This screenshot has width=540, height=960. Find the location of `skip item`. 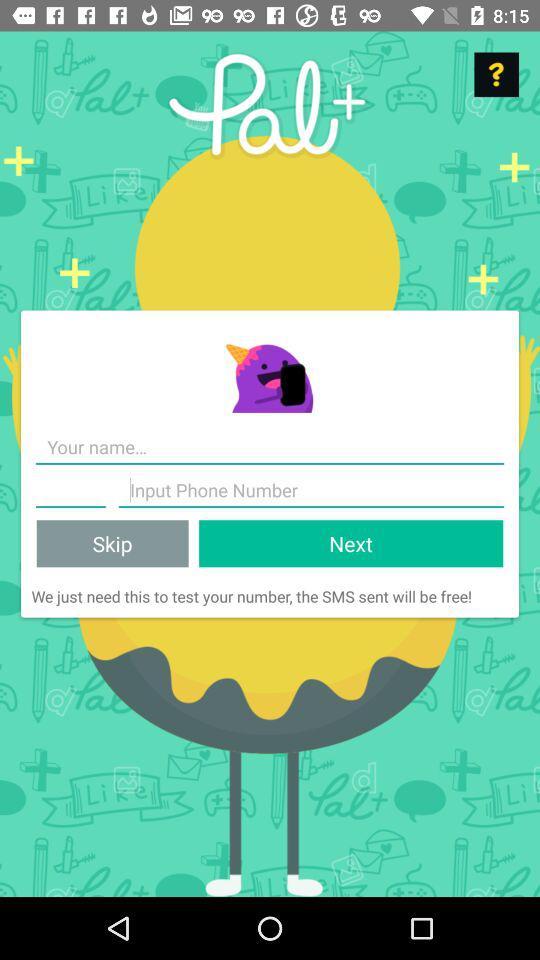

skip item is located at coordinates (112, 543).